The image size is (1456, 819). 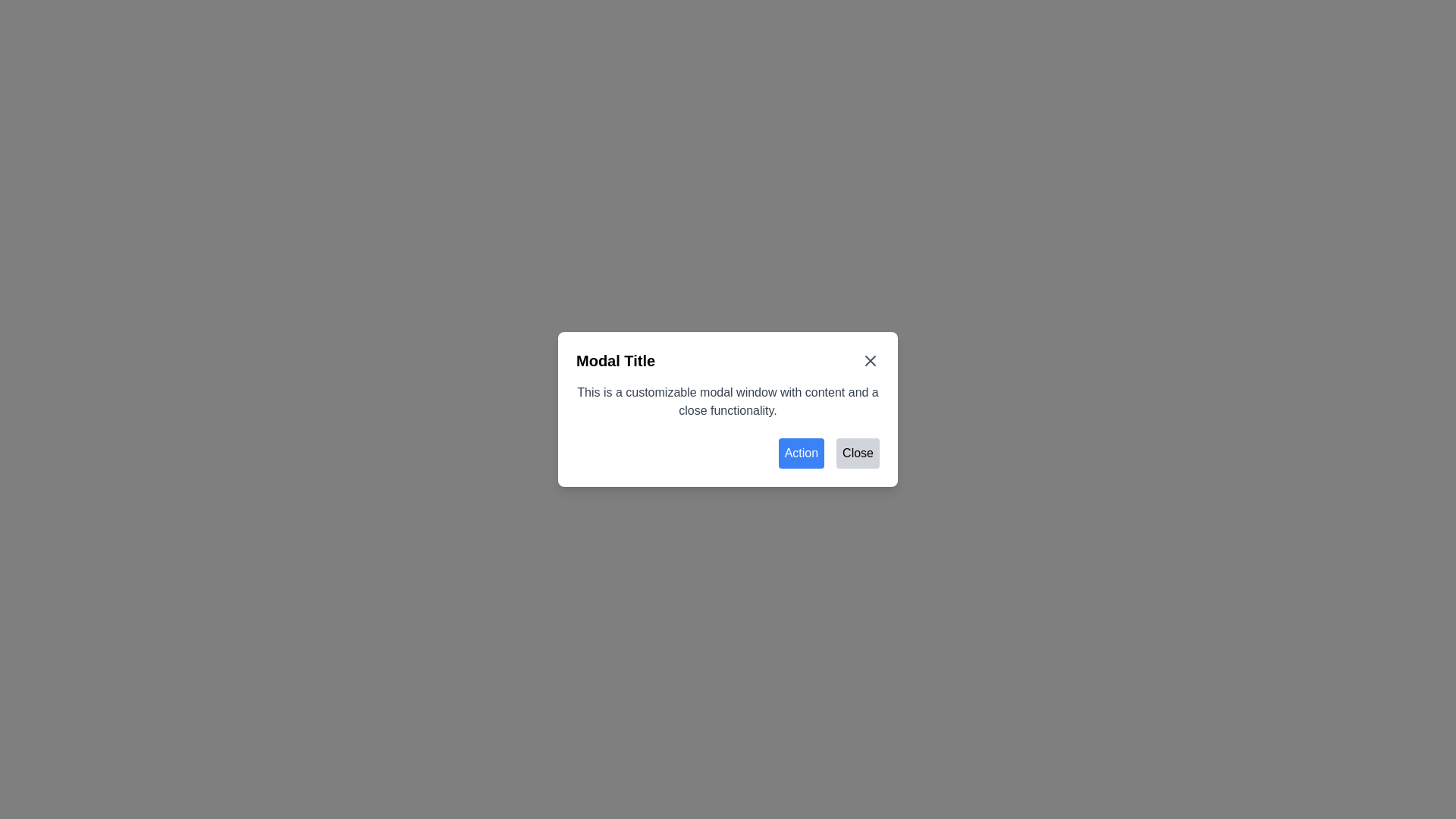 I want to click on the close button marked by an 'X' in the top-right corner of the modal header, so click(x=870, y=360).